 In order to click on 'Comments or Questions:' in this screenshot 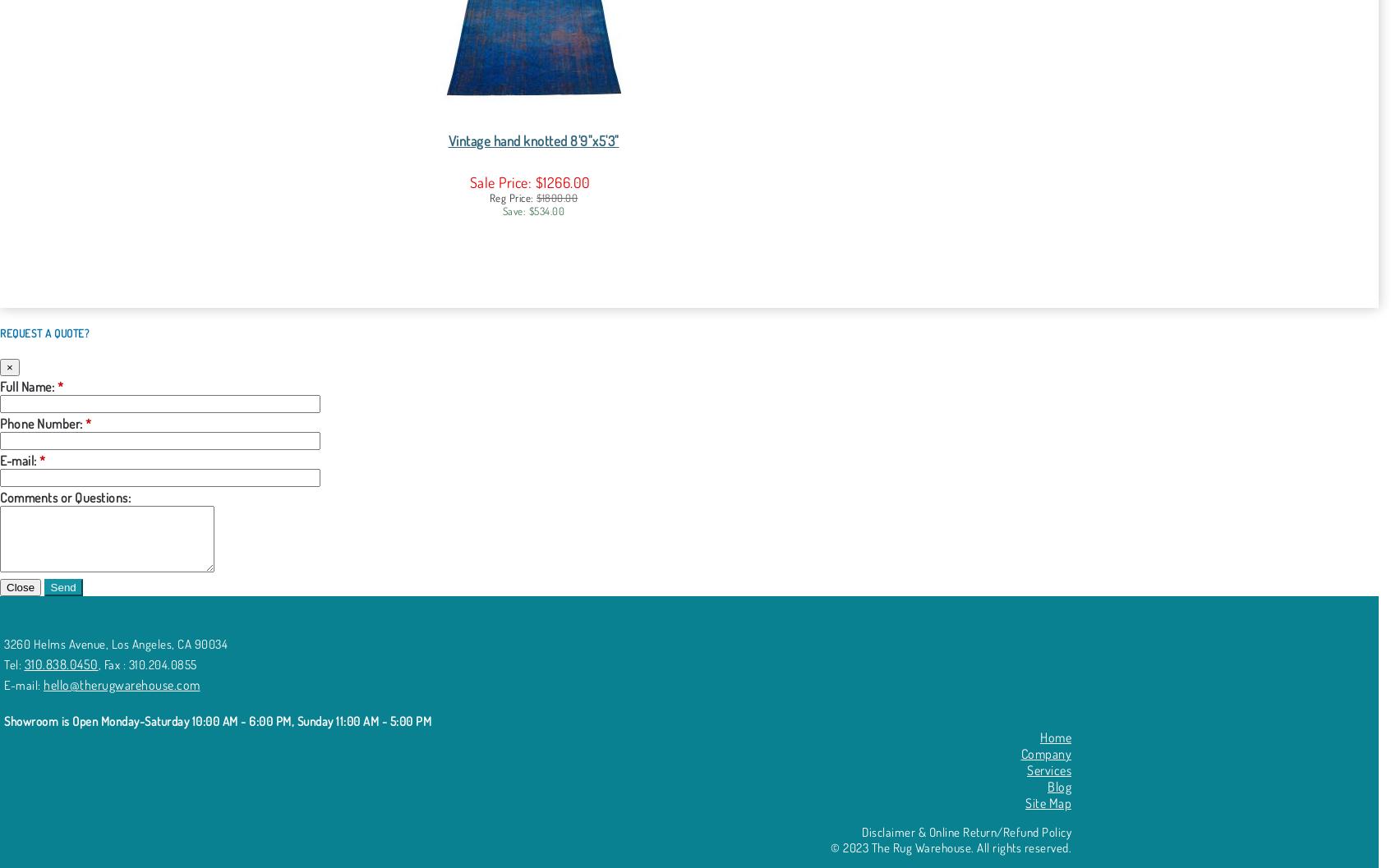, I will do `click(65, 497)`.